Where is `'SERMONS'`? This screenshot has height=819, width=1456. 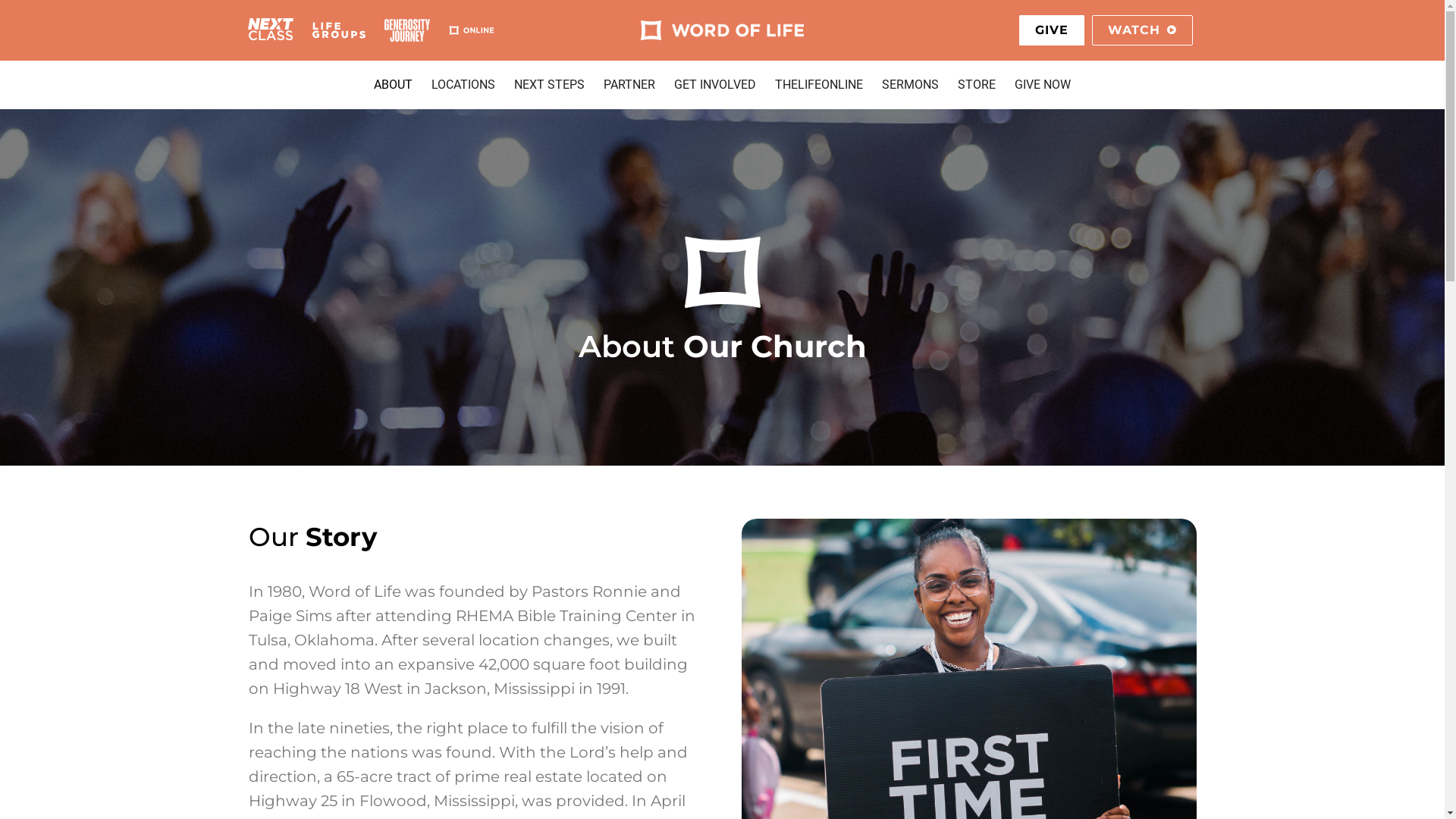 'SERMONS' is located at coordinates (881, 84).